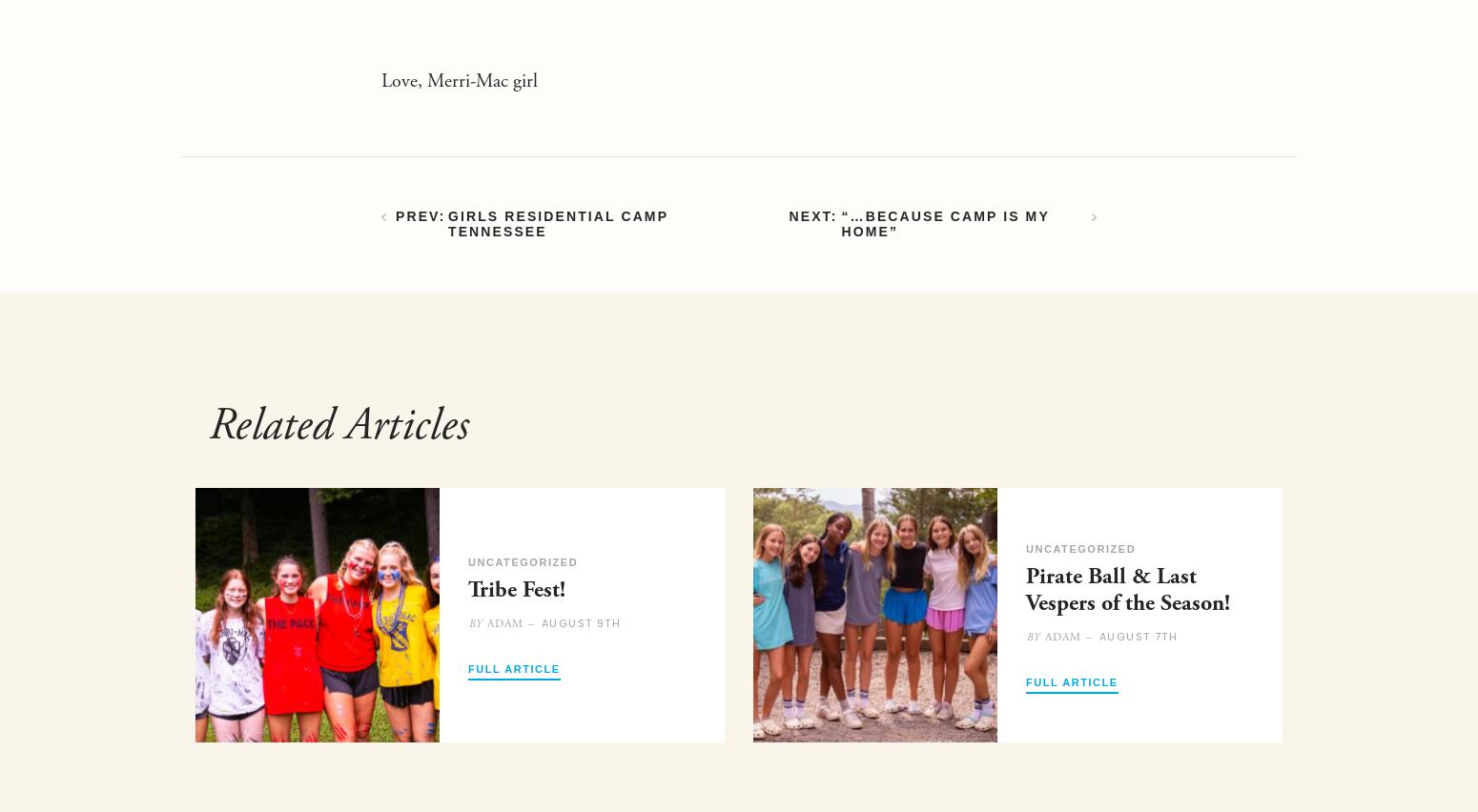 This screenshot has height=812, width=1478. What do you see at coordinates (557, 222) in the screenshot?
I see `'Girls Residential Camp Tennessee'` at bounding box center [557, 222].